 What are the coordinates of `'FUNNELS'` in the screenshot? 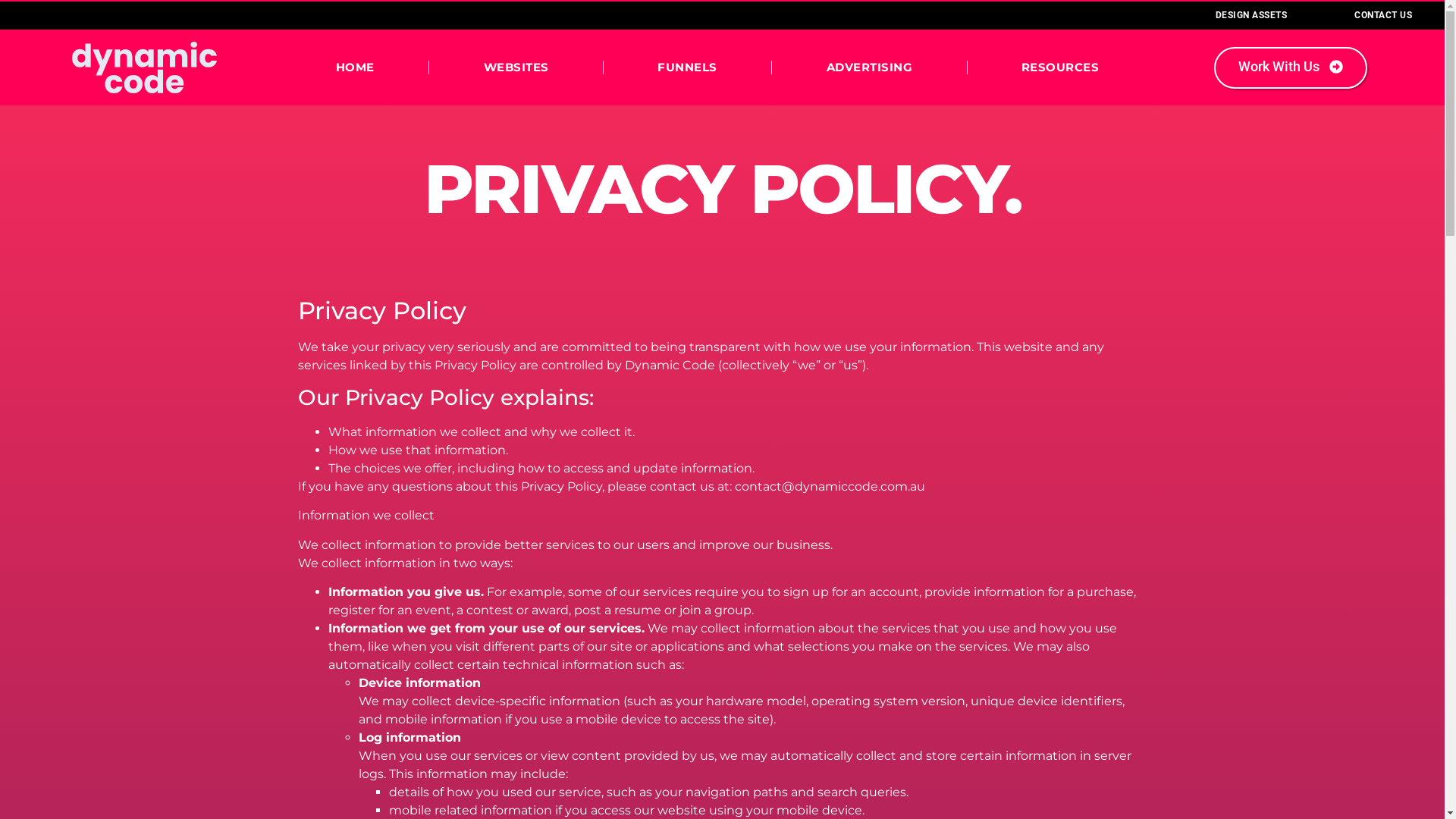 It's located at (687, 66).